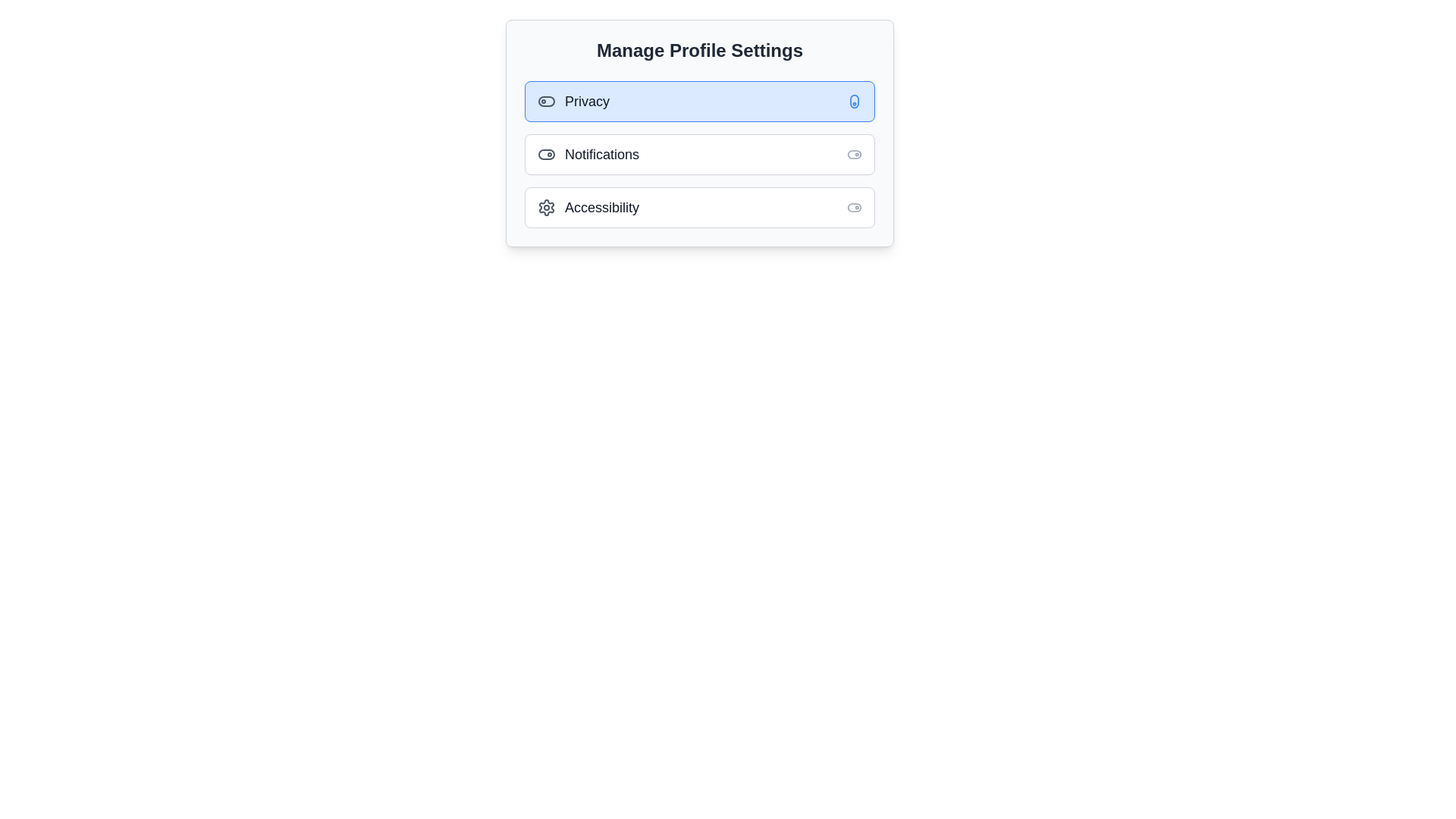 The height and width of the screenshot is (819, 1456). I want to click on the toggle switch track element, which is a rounded rectangle with a light-colored outline located within the 'Accessibility' option, so click(855, 207).